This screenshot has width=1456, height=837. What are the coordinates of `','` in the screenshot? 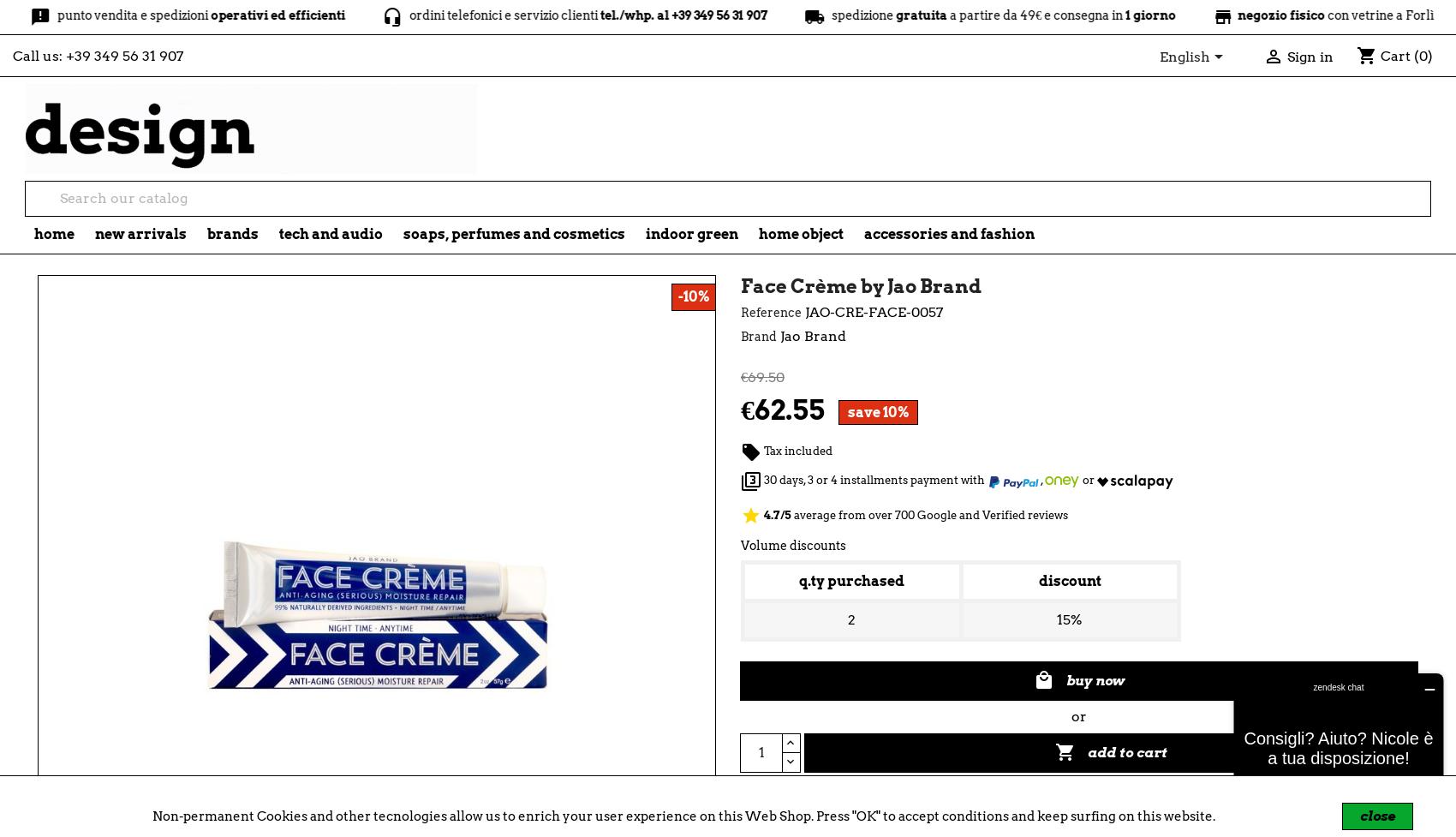 It's located at (1041, 479).